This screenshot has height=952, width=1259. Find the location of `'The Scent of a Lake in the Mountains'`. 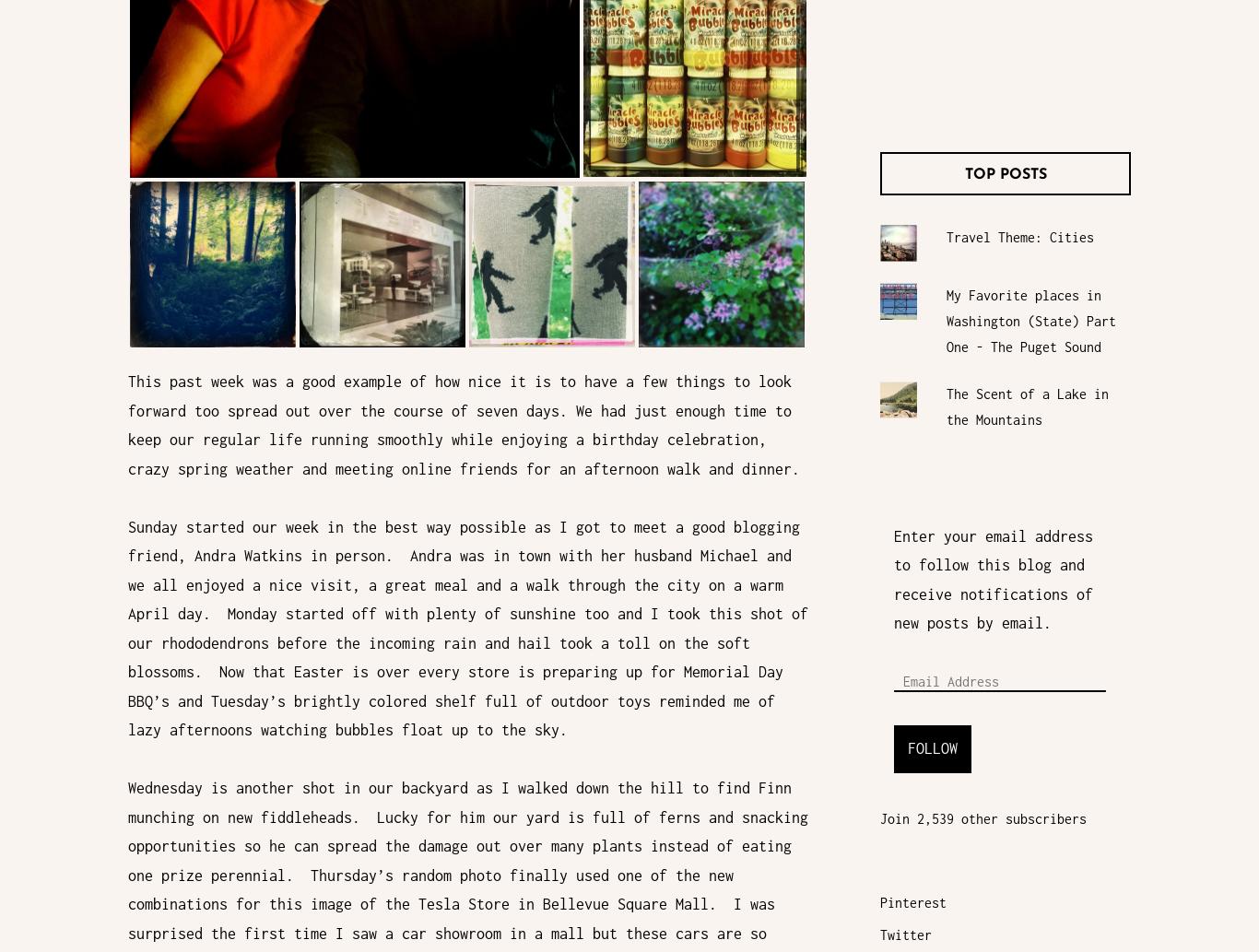

'The Scent of a Lake in the Mountains' is located at coordinates (1027, 405).